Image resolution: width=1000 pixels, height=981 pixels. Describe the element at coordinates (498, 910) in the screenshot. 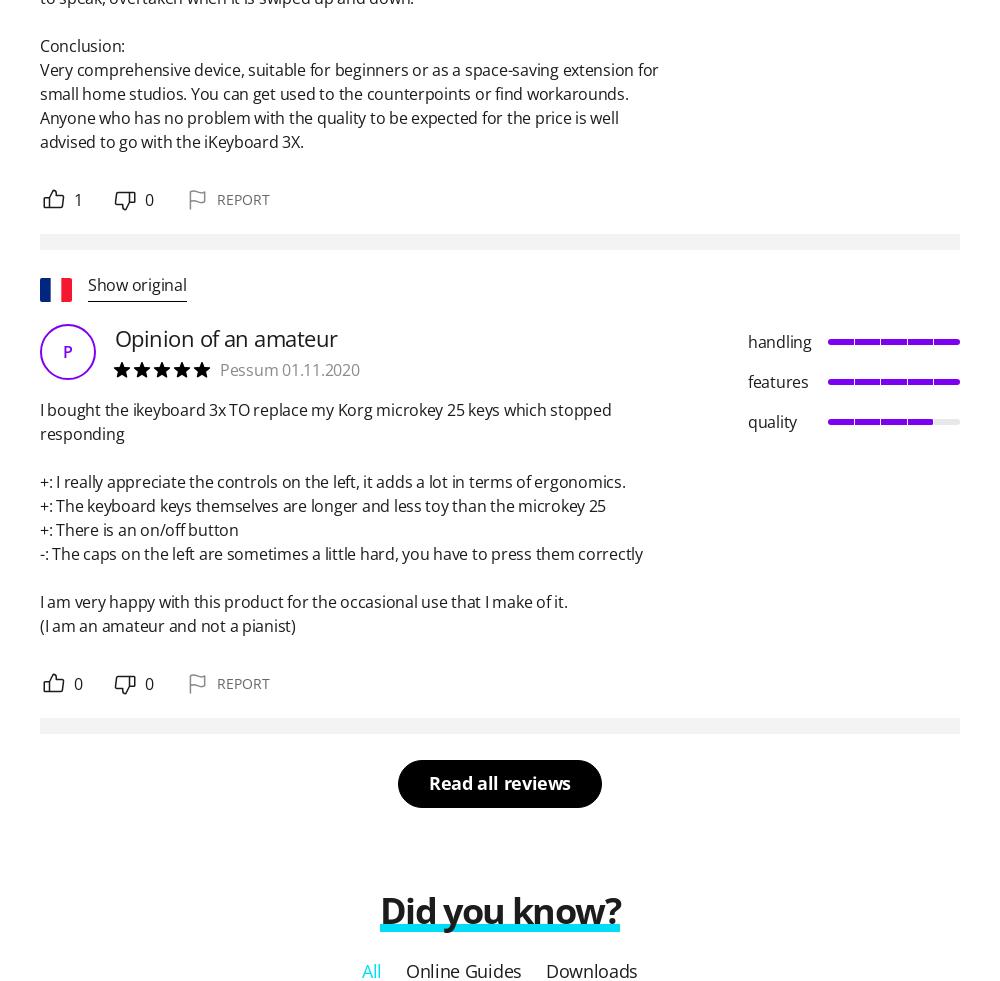

I see `'Did you know?'` at that location.